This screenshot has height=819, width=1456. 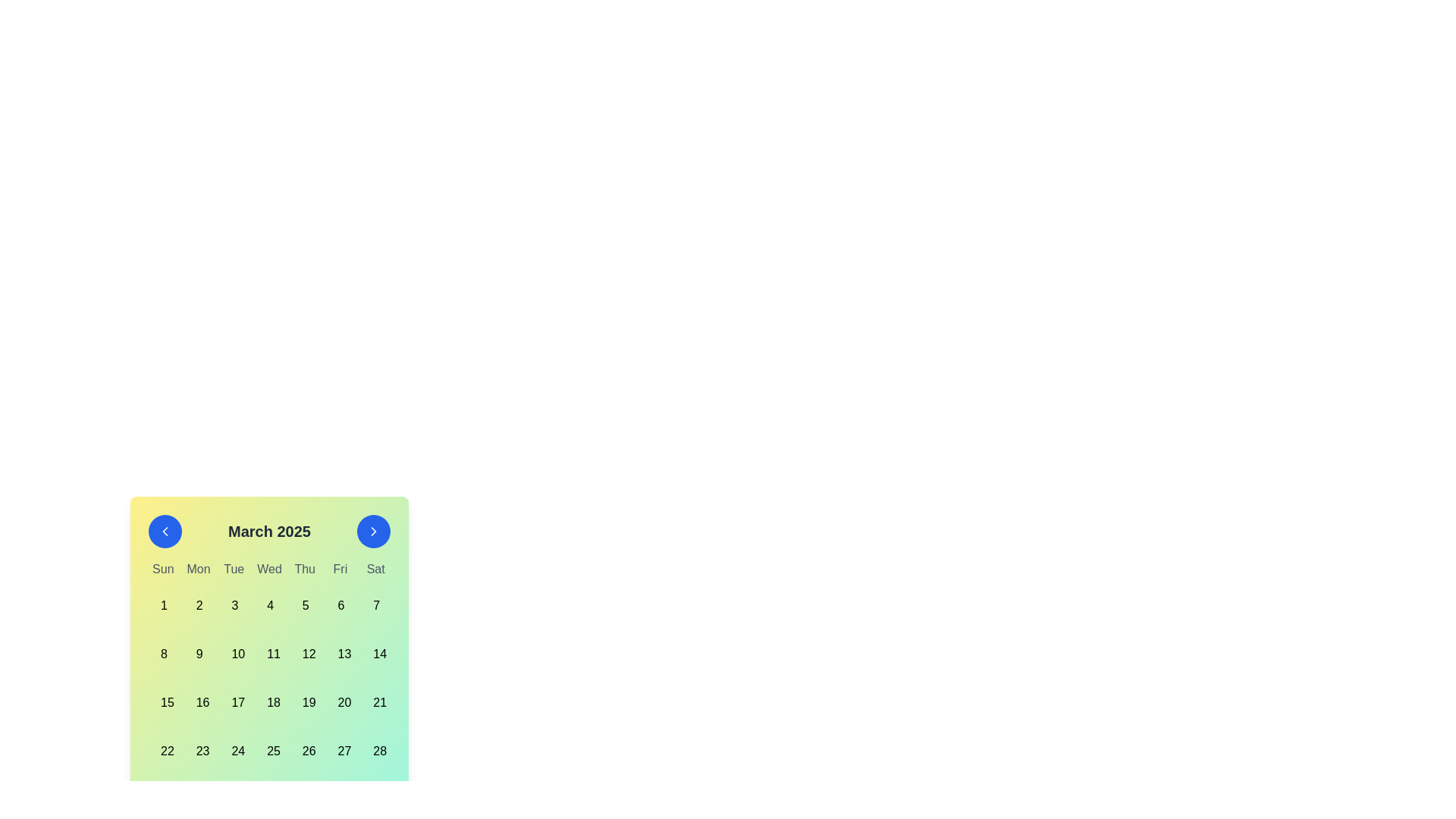 What do you see at coordinates (233, 570) in the screenshot?
I see `the 'Tuesday' text label in the calendar interface, which is the third item in the row of weekday labels between 'Mon' and 'Wed'` at bounding box center [233, 570].